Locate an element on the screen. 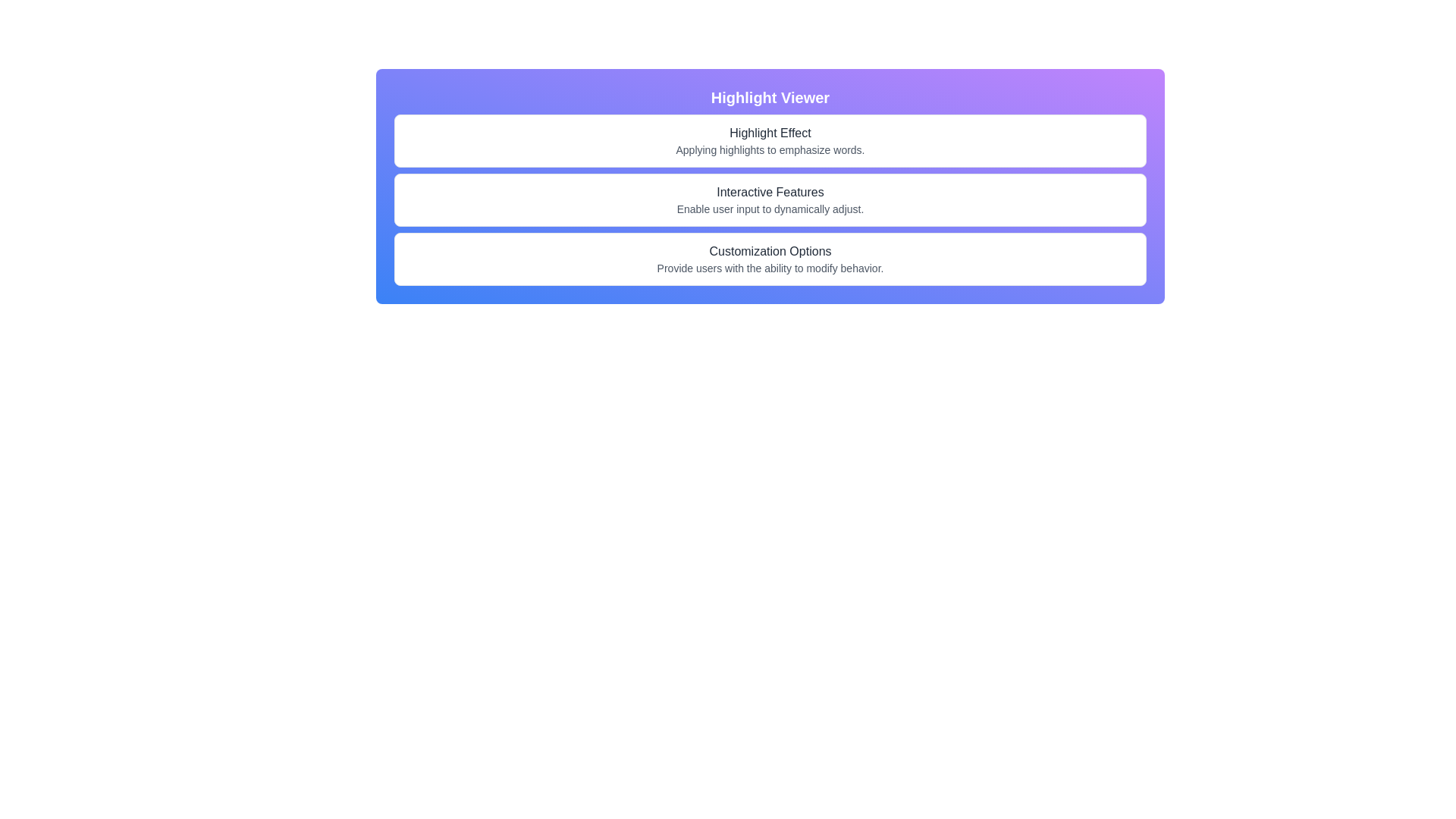  the second character 'n' in the label 'Interactive Features', which is part of the displayed text in the user interface is located at coordinates (723, 191).